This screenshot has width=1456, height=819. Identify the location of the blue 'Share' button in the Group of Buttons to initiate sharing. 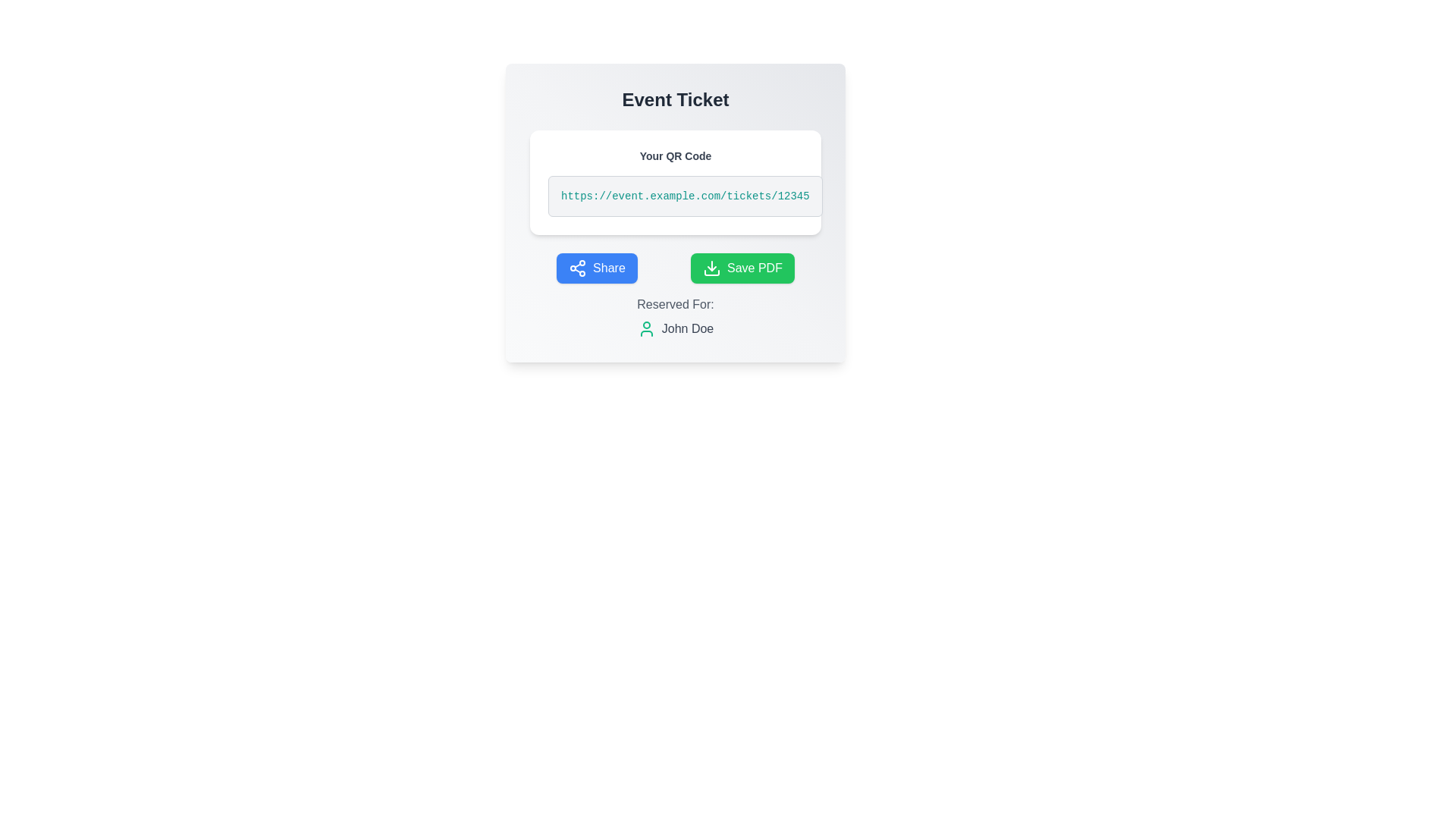
(675, 268).